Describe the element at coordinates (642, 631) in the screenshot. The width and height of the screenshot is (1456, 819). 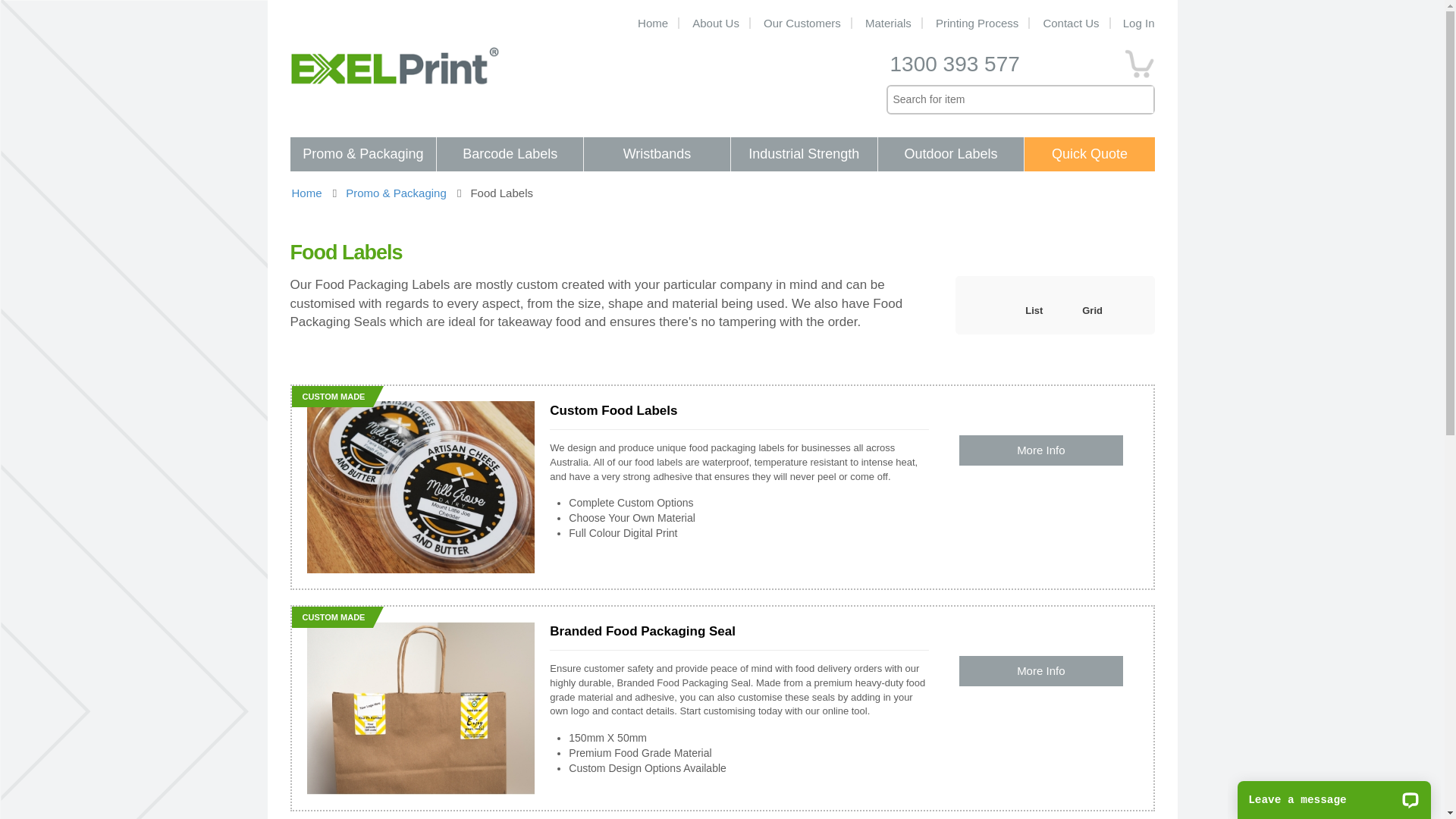
I see `'Branded Food Packaging Seal'` at that location.